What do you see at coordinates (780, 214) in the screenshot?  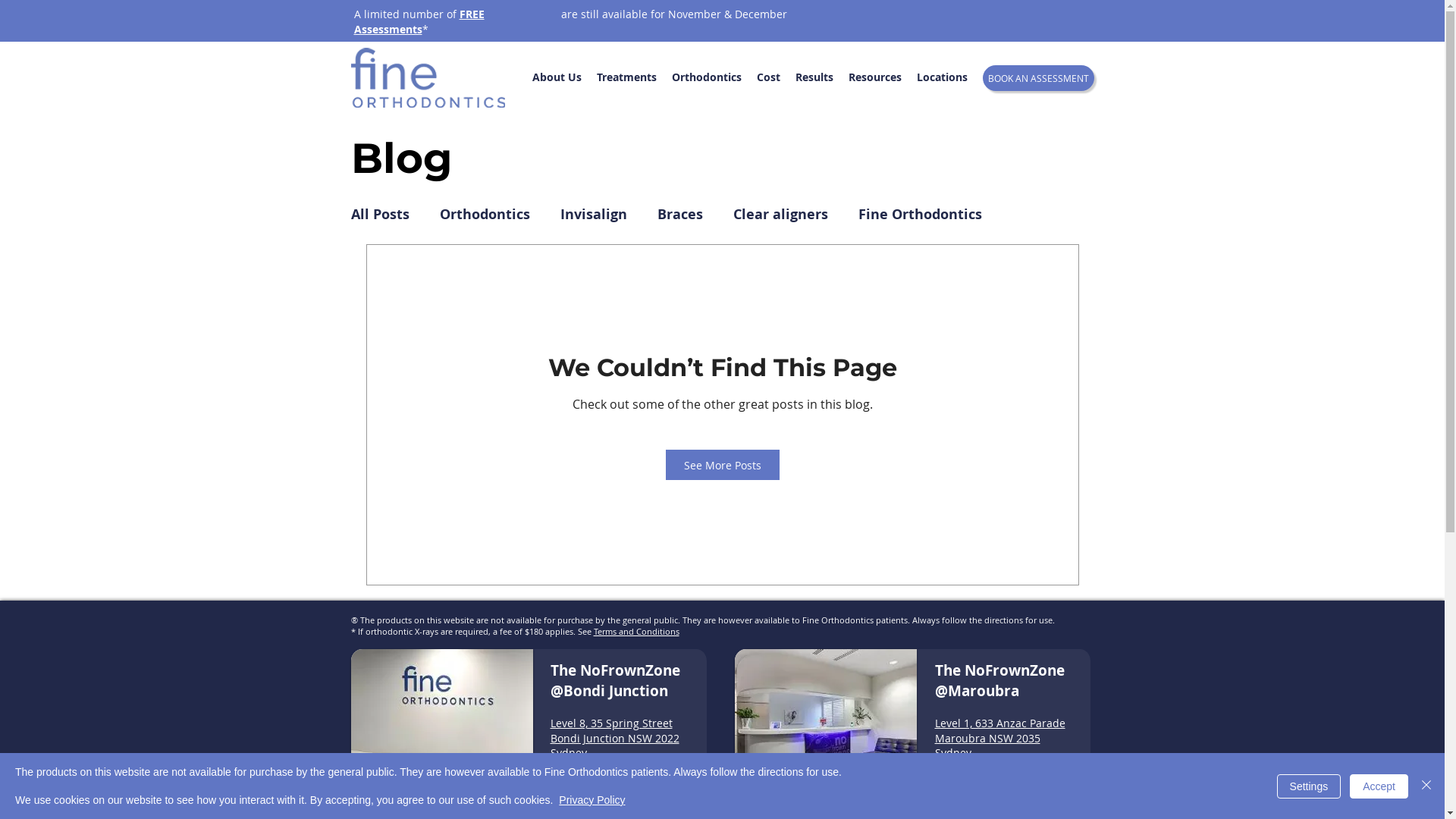 I see `'Clear aligners'` at bounding box center [780, 214].